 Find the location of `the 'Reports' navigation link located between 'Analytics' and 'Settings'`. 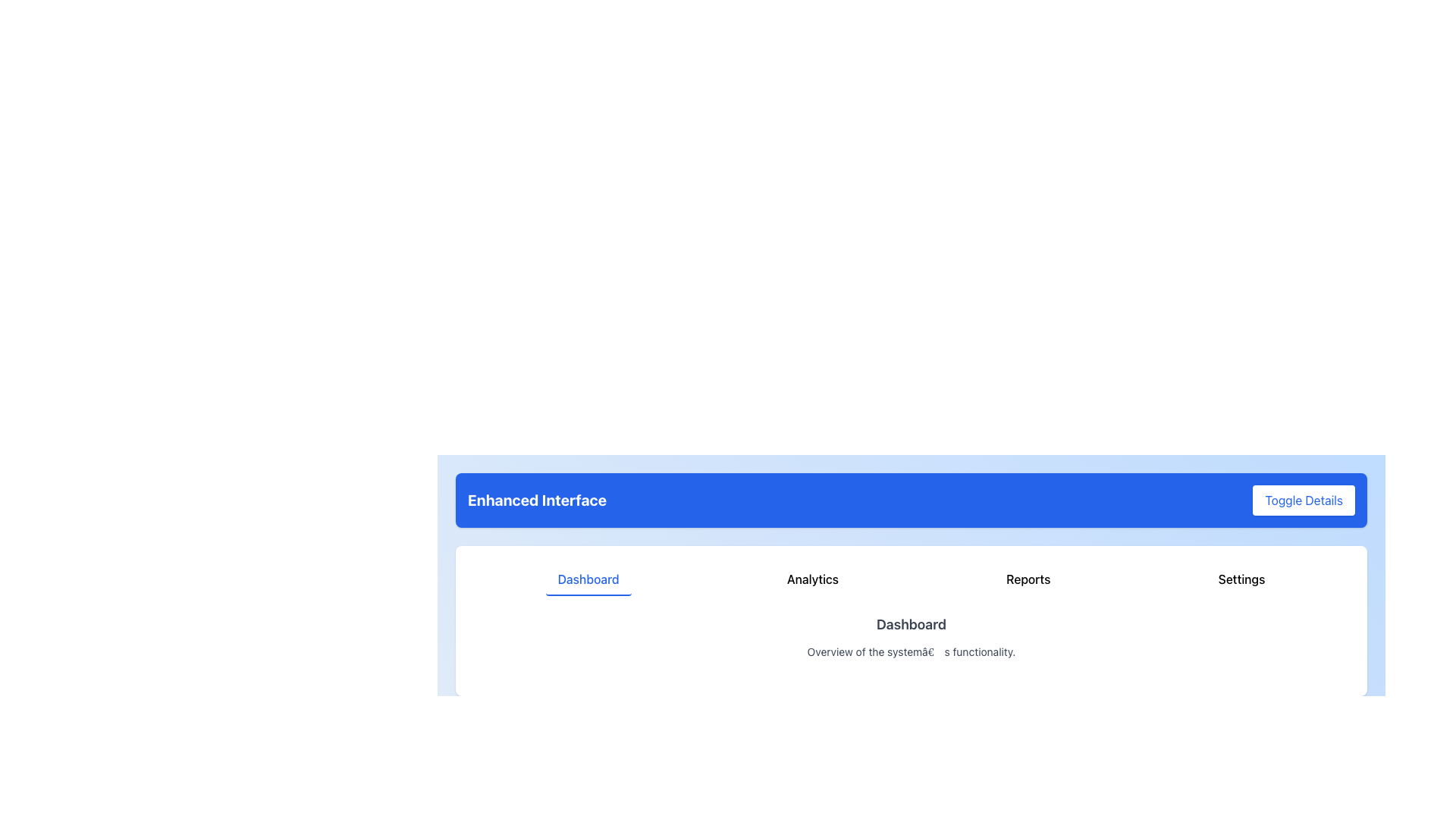

the 'Reports' navigation link located between 'Analytics' and 'Settings' is located at coordinates (1028, 579).